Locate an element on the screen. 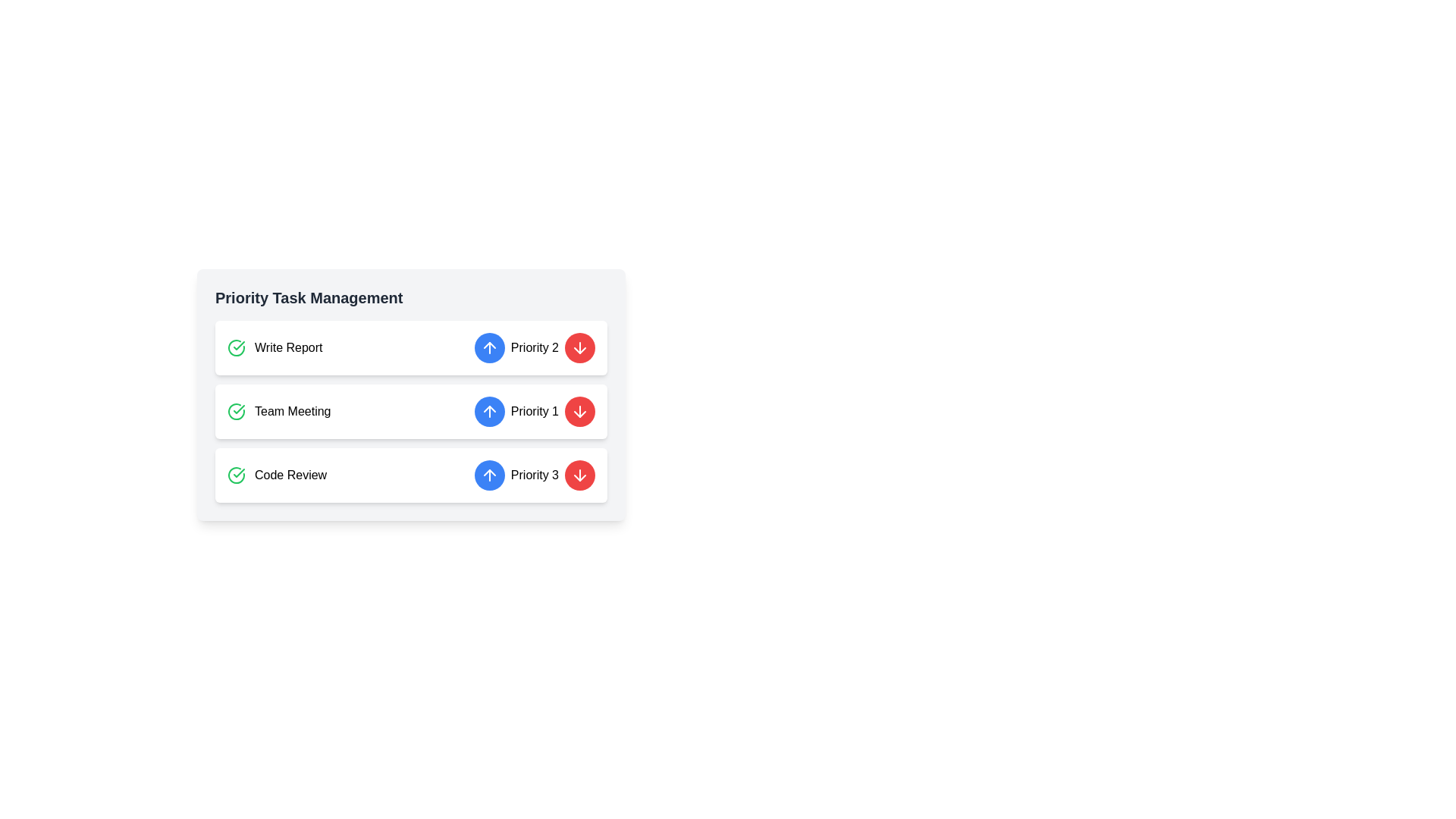 The width and height of the screenshot is (1456, 819). the circular button with a red background and white downward arrow icon, located to the right of the 'Priority 2' label in the first row of the priority task management list is located at coordinates (579, 348).